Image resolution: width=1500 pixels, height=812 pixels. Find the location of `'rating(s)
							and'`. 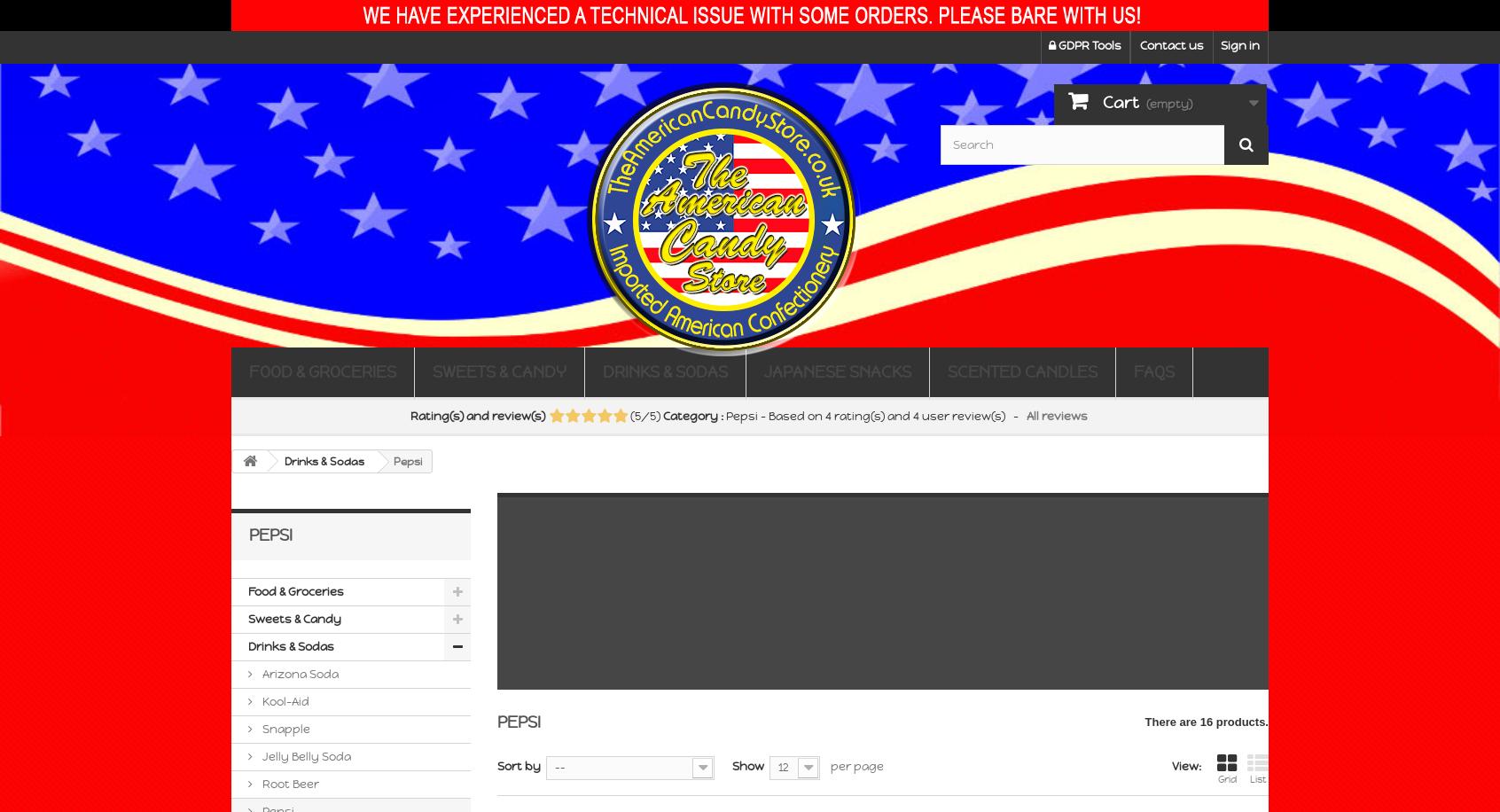

'rating(s)
							and' is located at coordinates (871, 416).